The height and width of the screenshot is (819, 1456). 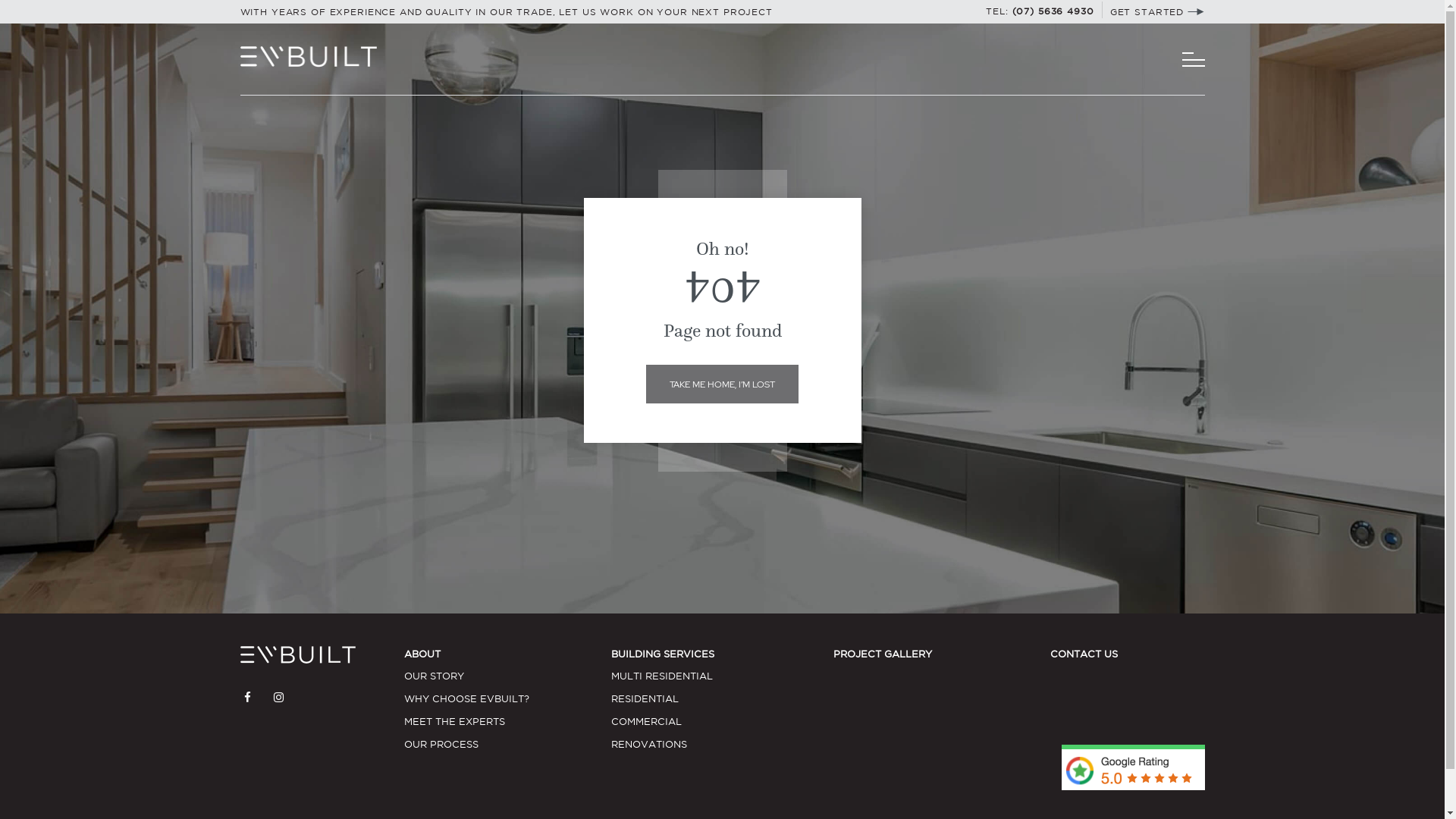 What do you see at coordinates (833, 653) in the screenshot?
I see `'PROJECT GALLERY'` at bounding box center [833, 653].